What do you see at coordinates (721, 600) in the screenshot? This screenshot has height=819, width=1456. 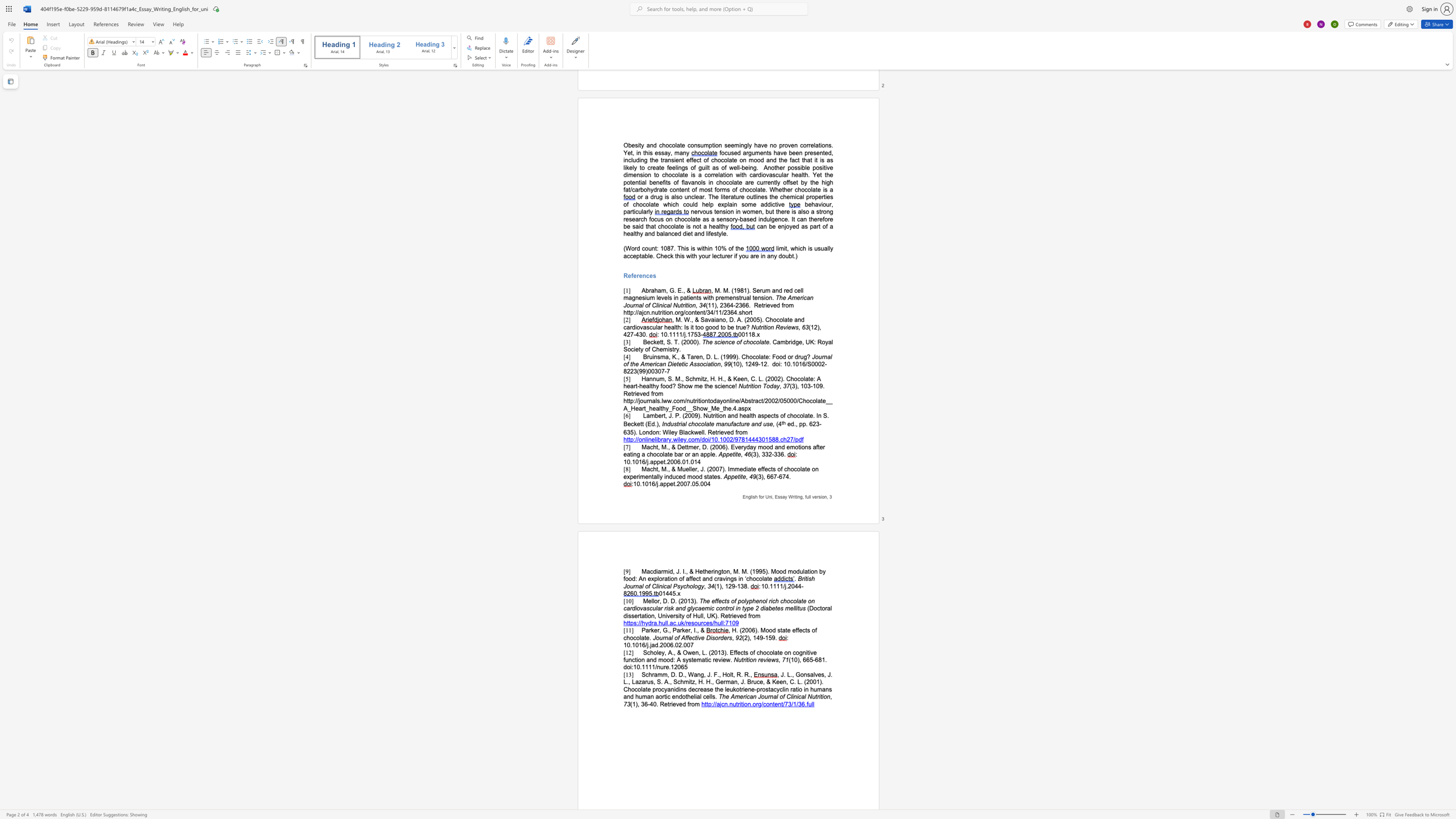 I see `the subset text "cts of p" within the text "The effects of polyphenol rich chocolate on cardiovascular risk and glycaemic control in type 2 diabetes mellitus"` at bounding box center [721, 600].